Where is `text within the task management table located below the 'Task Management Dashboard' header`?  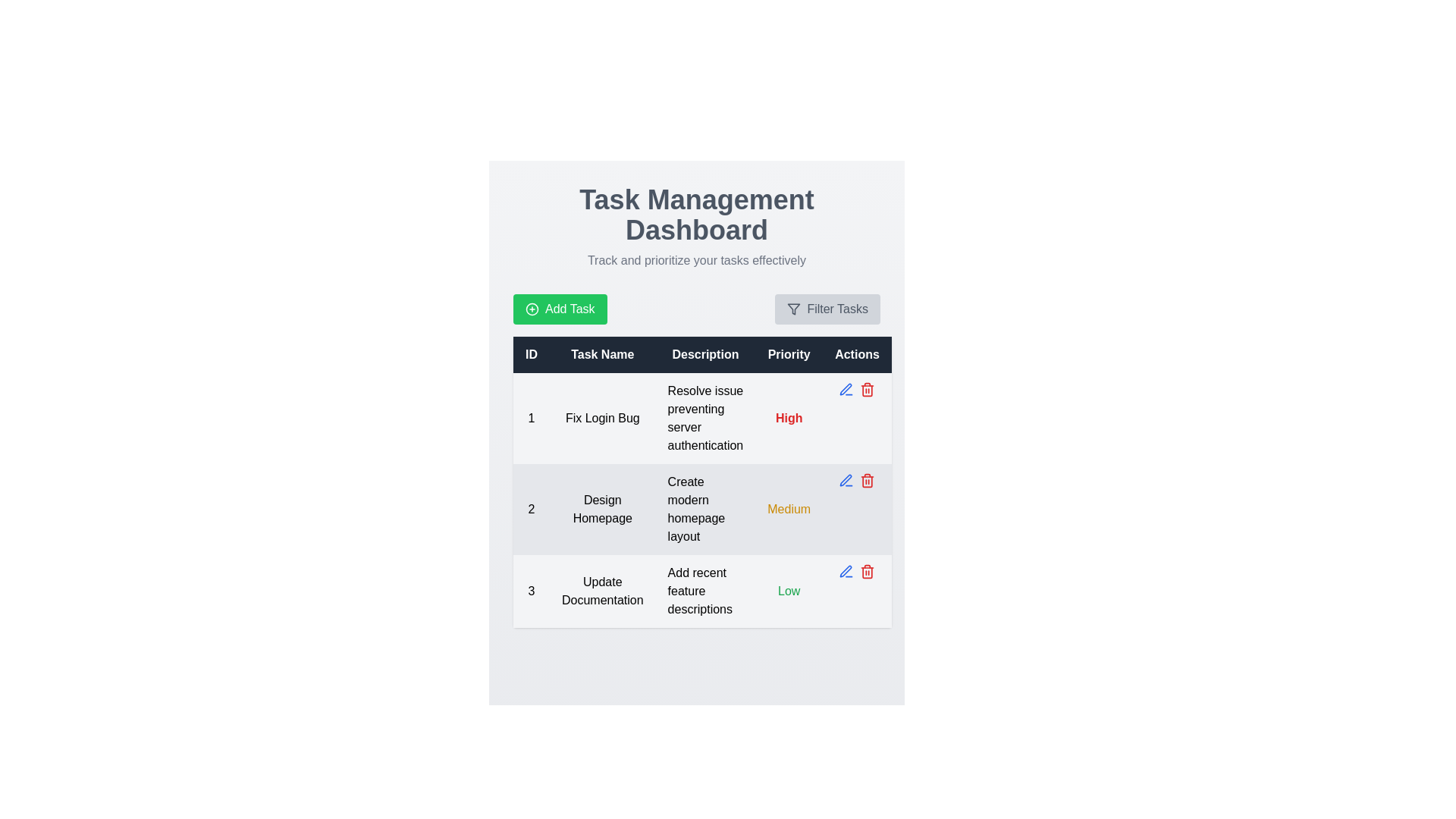 text within the task management table located below the 'Task Management Dashboard' header is located at coordinates (701, 482).